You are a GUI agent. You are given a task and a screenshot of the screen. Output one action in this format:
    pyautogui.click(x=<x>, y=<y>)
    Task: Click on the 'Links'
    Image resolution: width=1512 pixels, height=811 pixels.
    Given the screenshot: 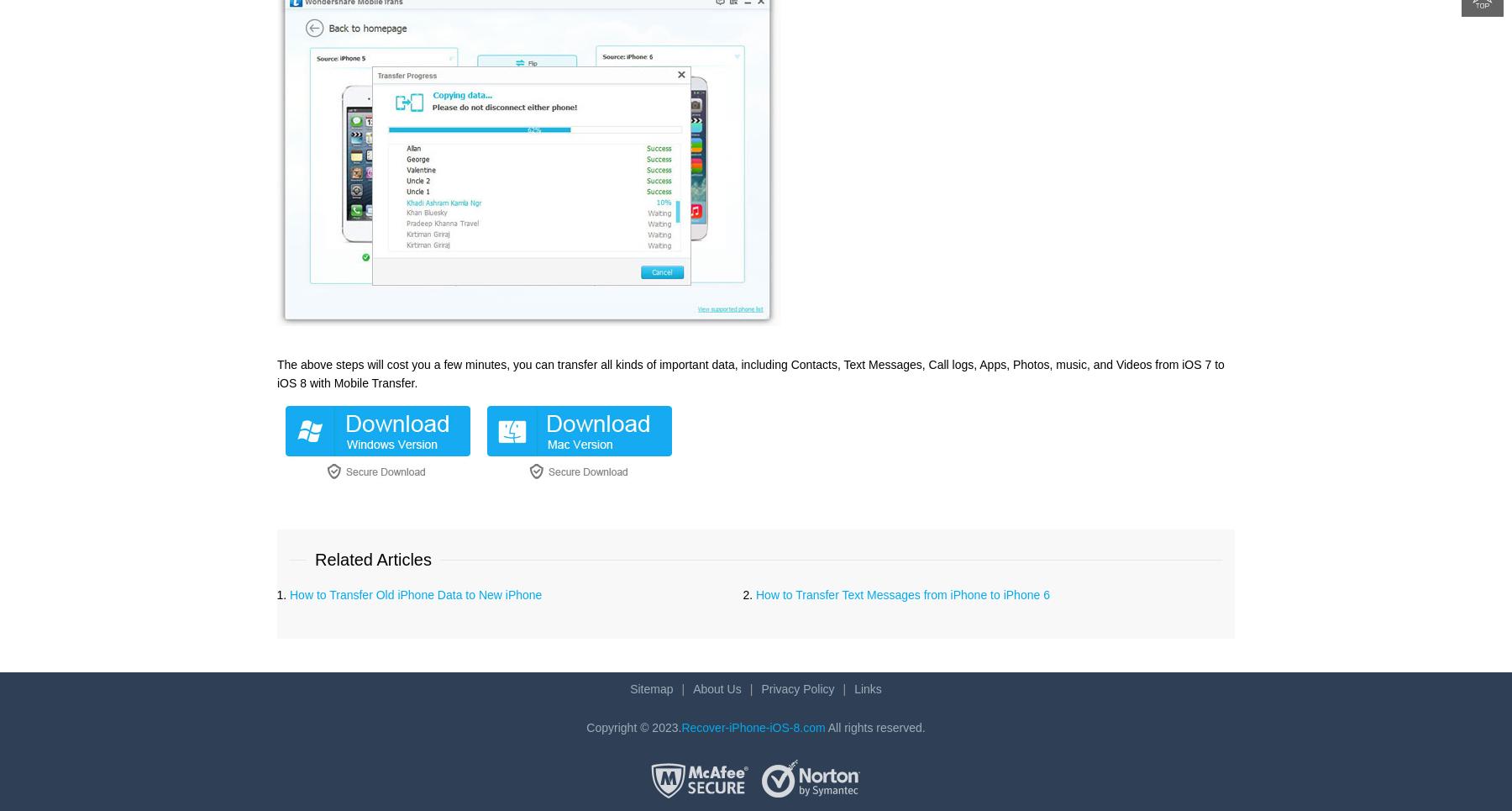 What is the action you would take?
    pyautogui.click(x=853, y=687)
    